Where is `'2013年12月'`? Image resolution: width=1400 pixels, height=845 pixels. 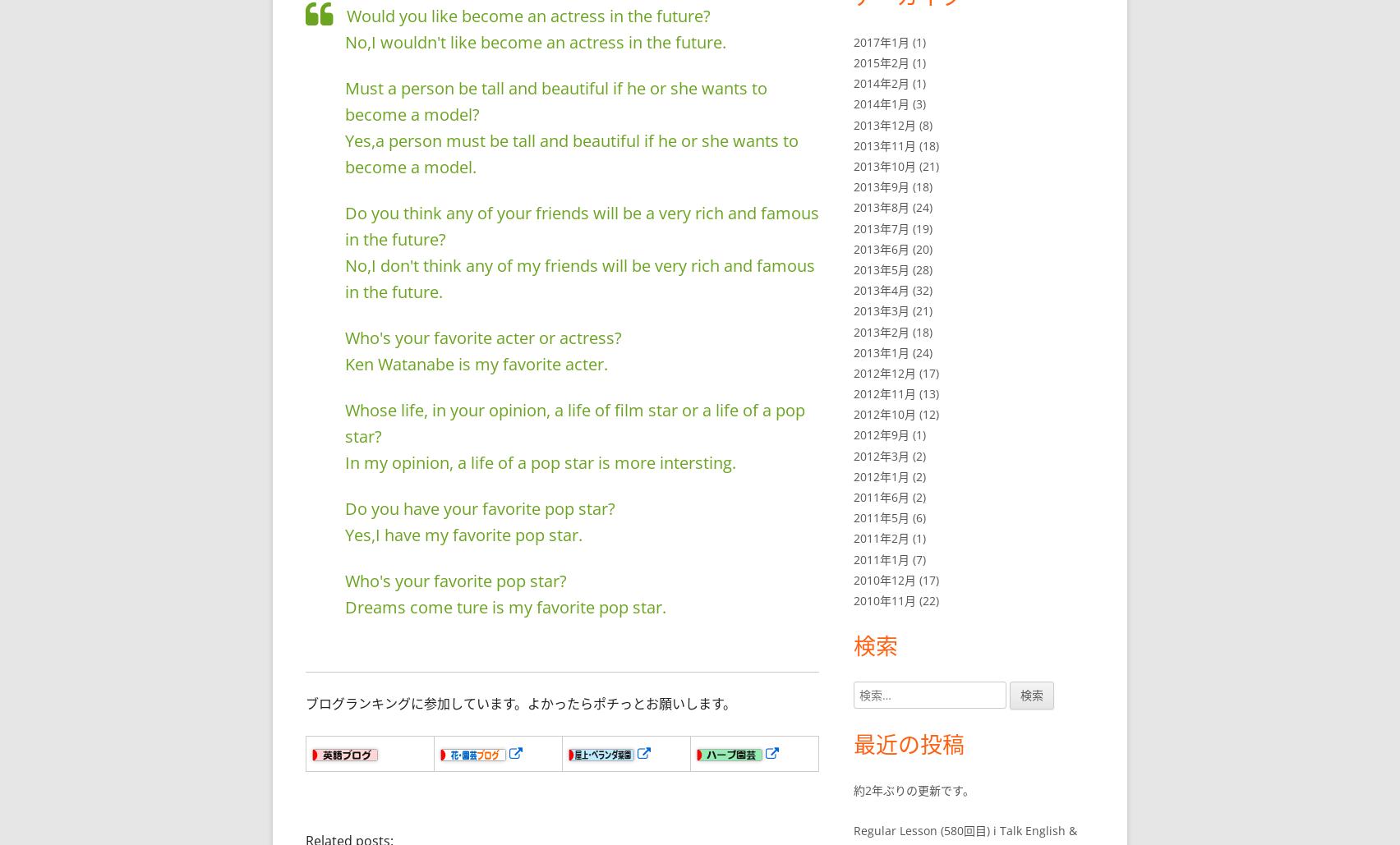 '2013年12月' is located at coordinates (883, 124).